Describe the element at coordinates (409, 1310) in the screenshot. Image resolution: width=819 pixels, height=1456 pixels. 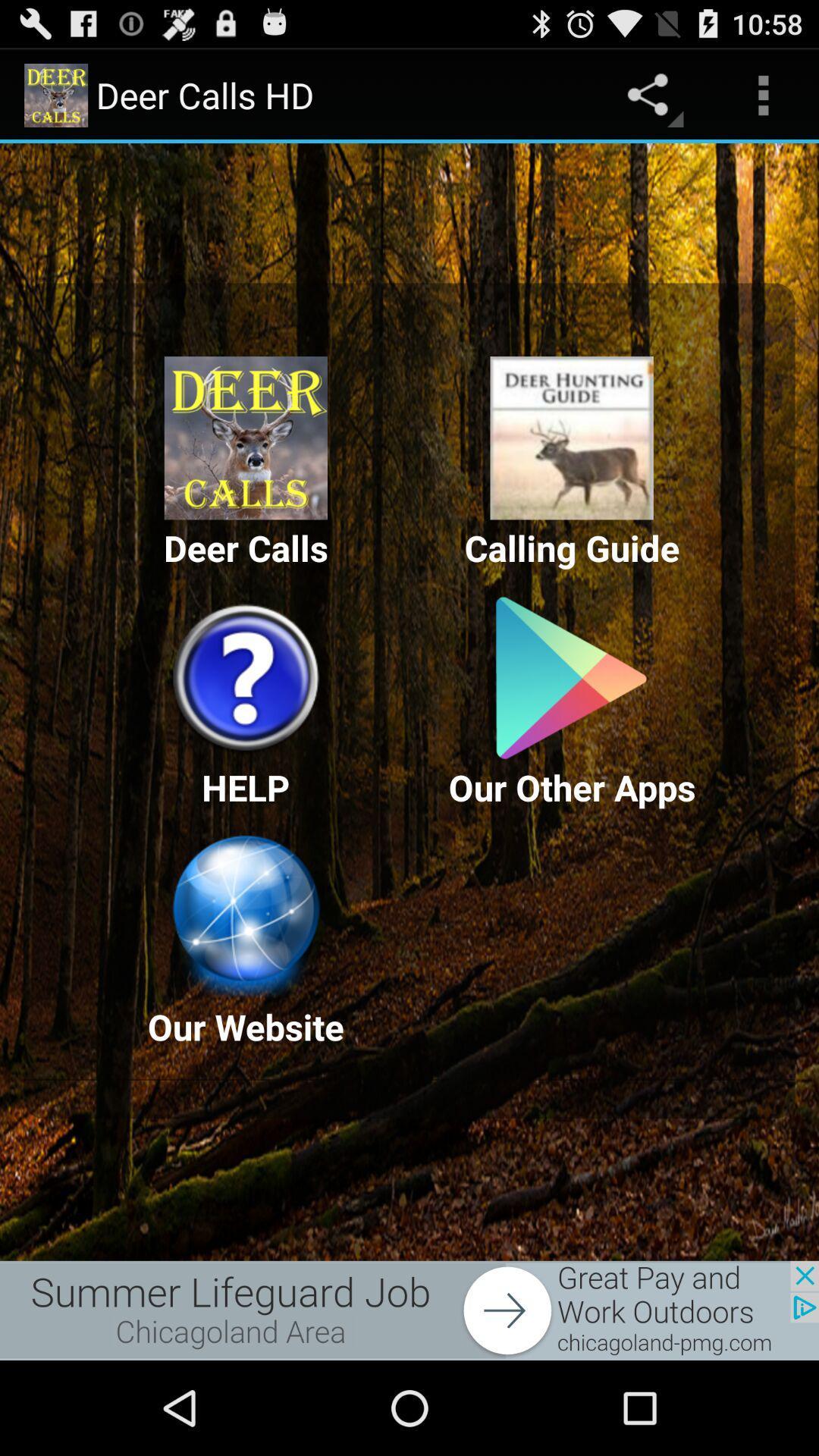
I see `advertisement` at that location.